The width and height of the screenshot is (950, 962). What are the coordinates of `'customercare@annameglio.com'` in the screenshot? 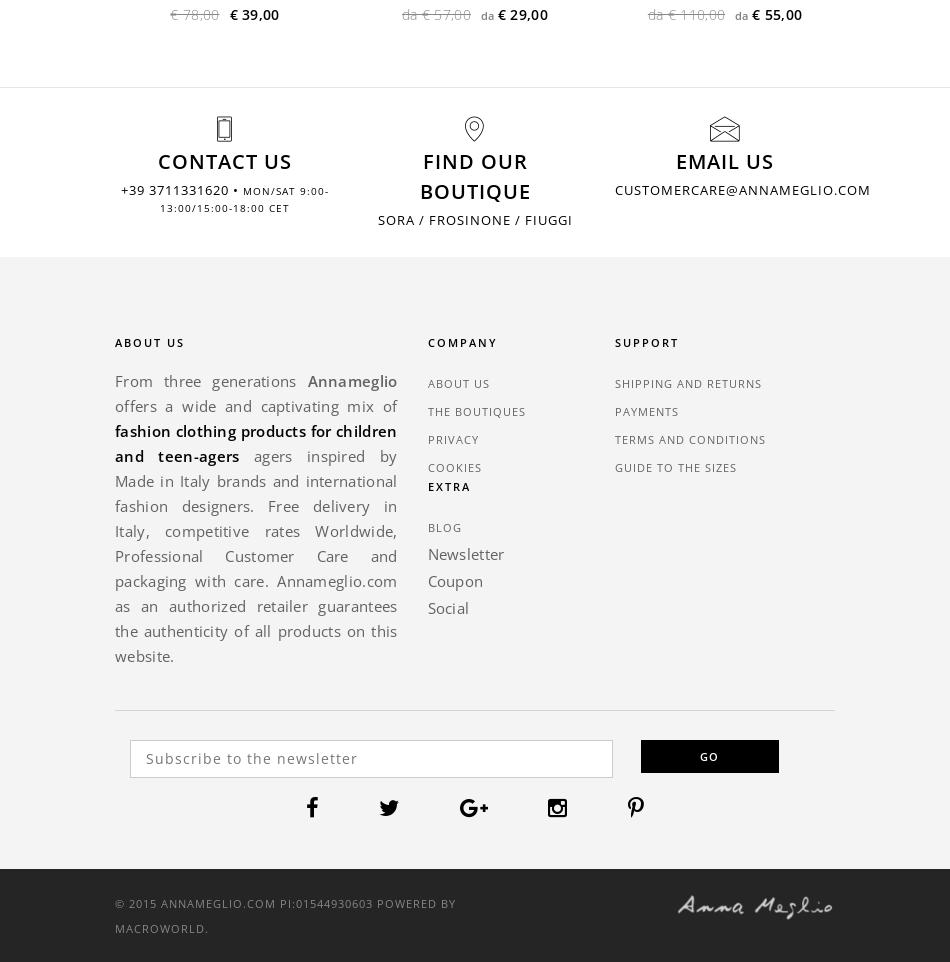 It's located at (741, 189).